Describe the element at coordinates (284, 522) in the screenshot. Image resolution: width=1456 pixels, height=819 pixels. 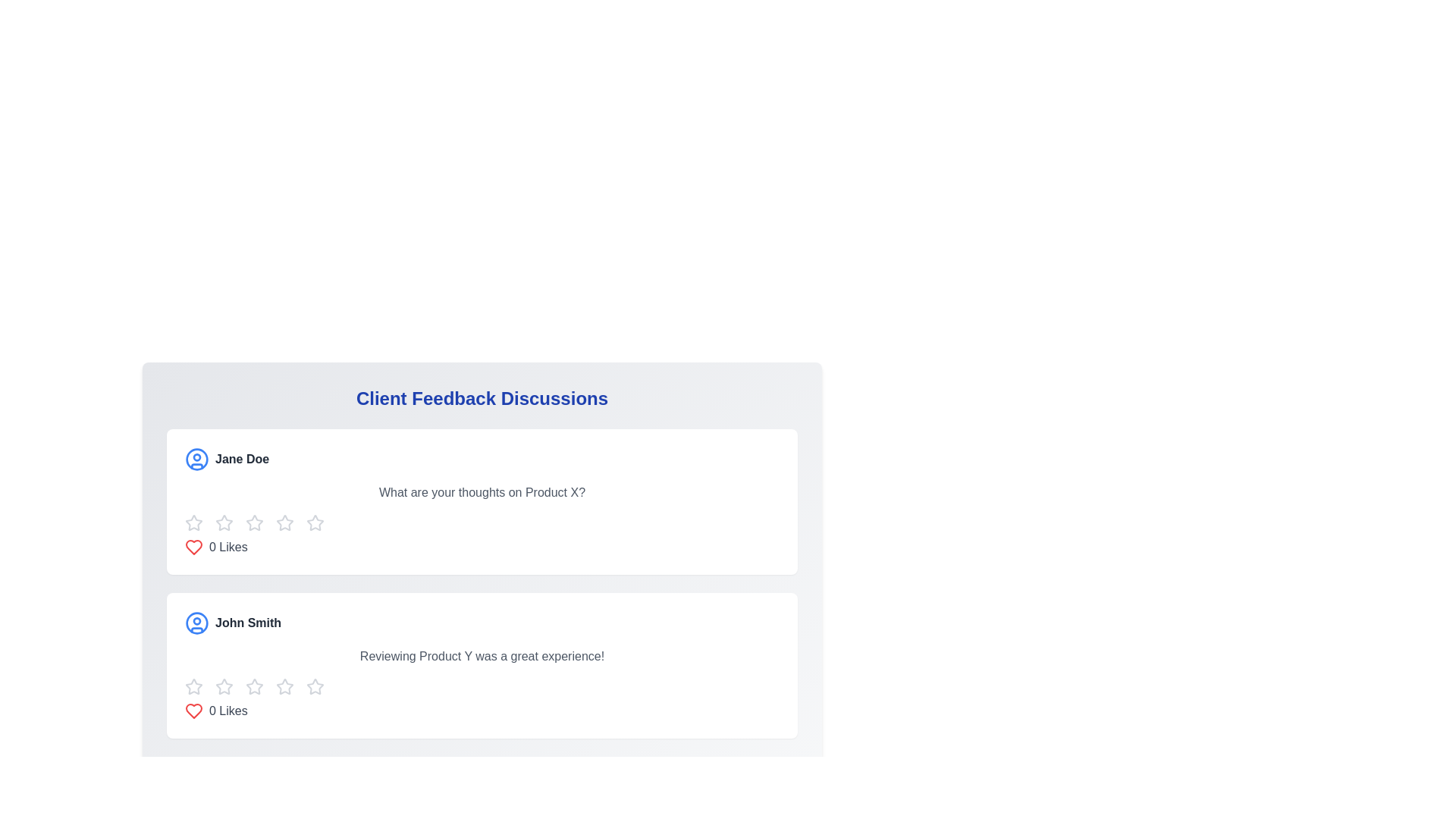
I see `the fifth star icon in the rating system` at that location.